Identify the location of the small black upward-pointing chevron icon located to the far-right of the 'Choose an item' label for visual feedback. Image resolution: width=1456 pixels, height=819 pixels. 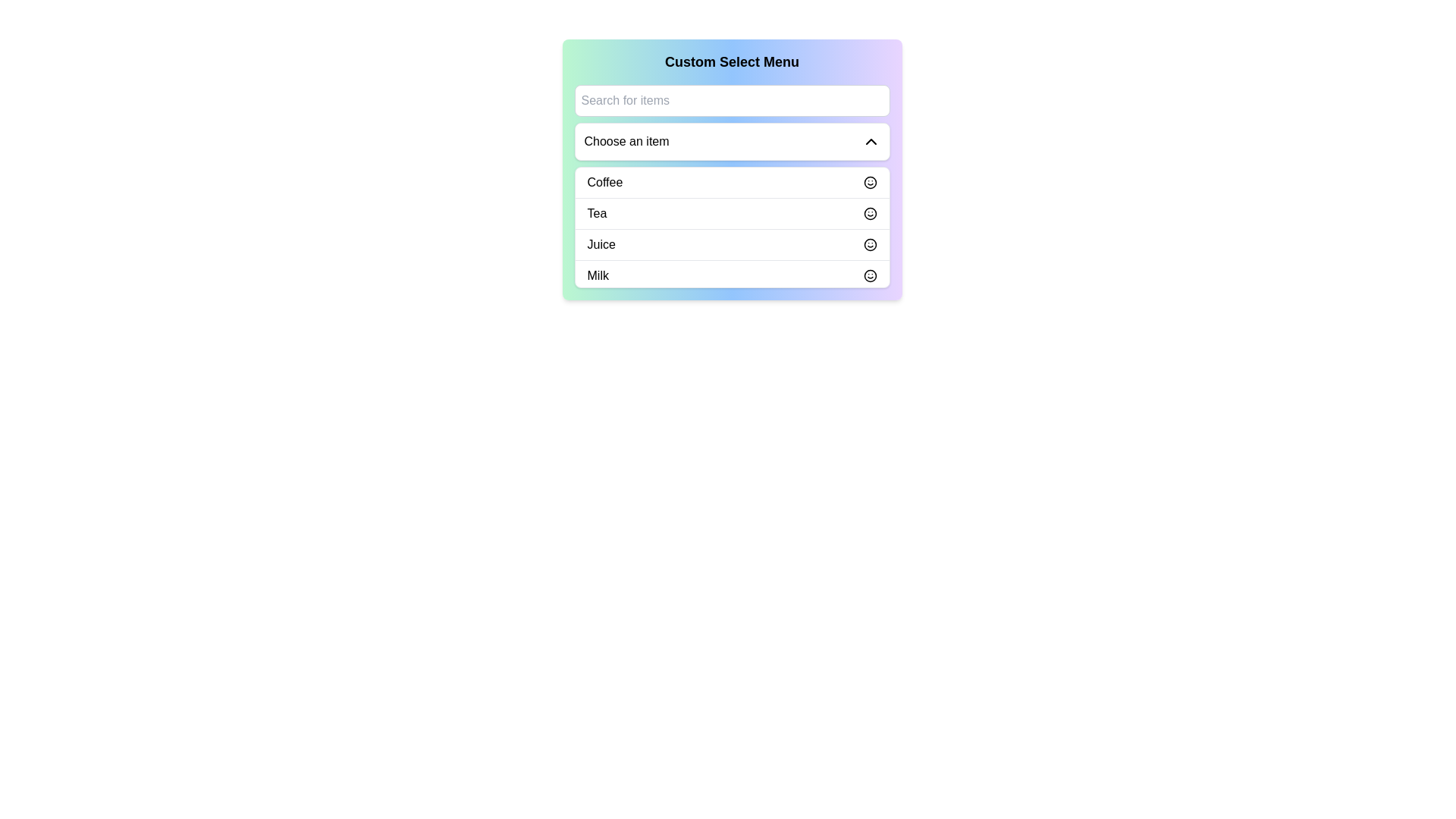
(871, 141).